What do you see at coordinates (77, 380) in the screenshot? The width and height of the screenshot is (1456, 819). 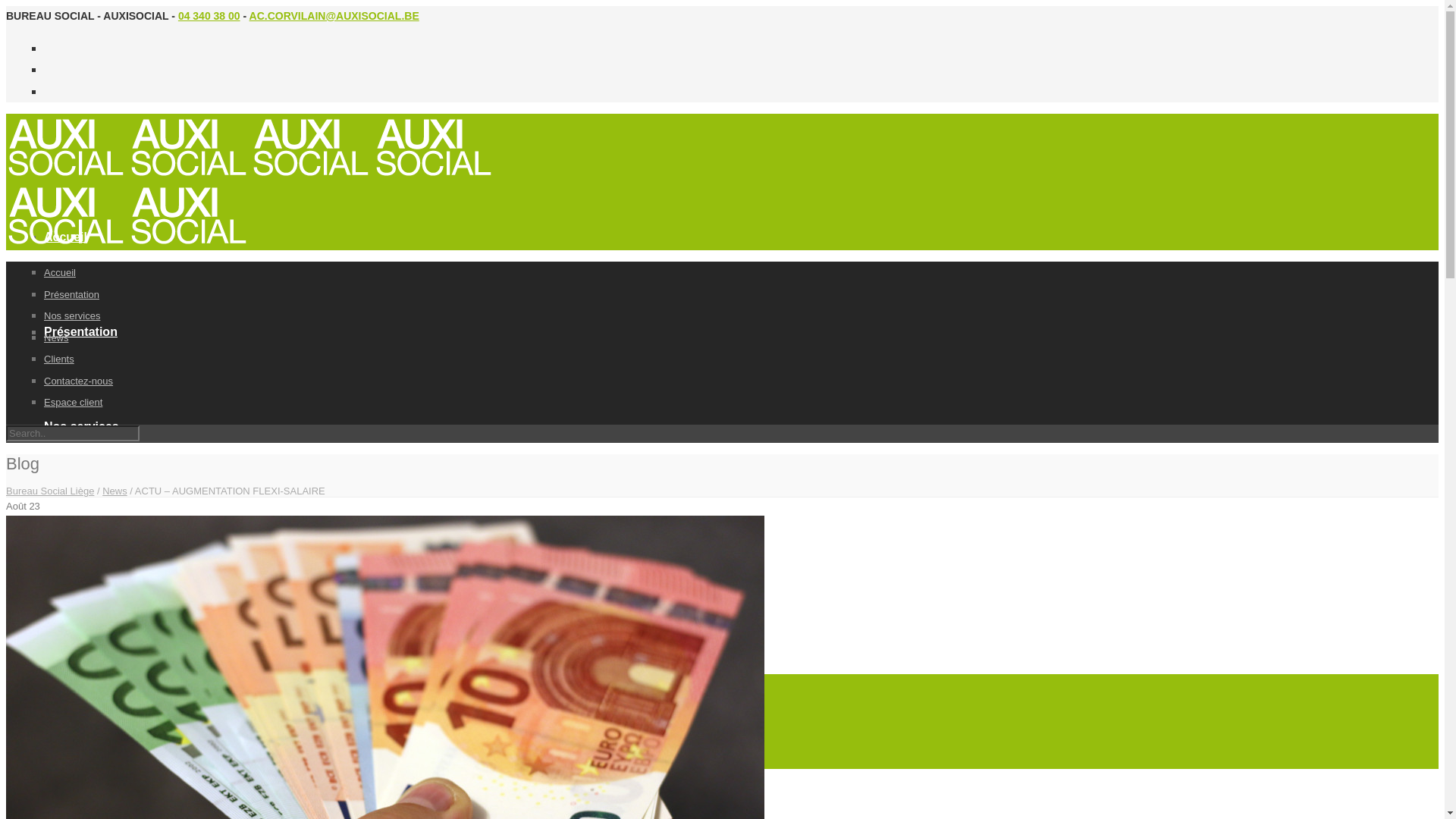 I see `'Contactez-nous'` at bounding box center [77, 380].